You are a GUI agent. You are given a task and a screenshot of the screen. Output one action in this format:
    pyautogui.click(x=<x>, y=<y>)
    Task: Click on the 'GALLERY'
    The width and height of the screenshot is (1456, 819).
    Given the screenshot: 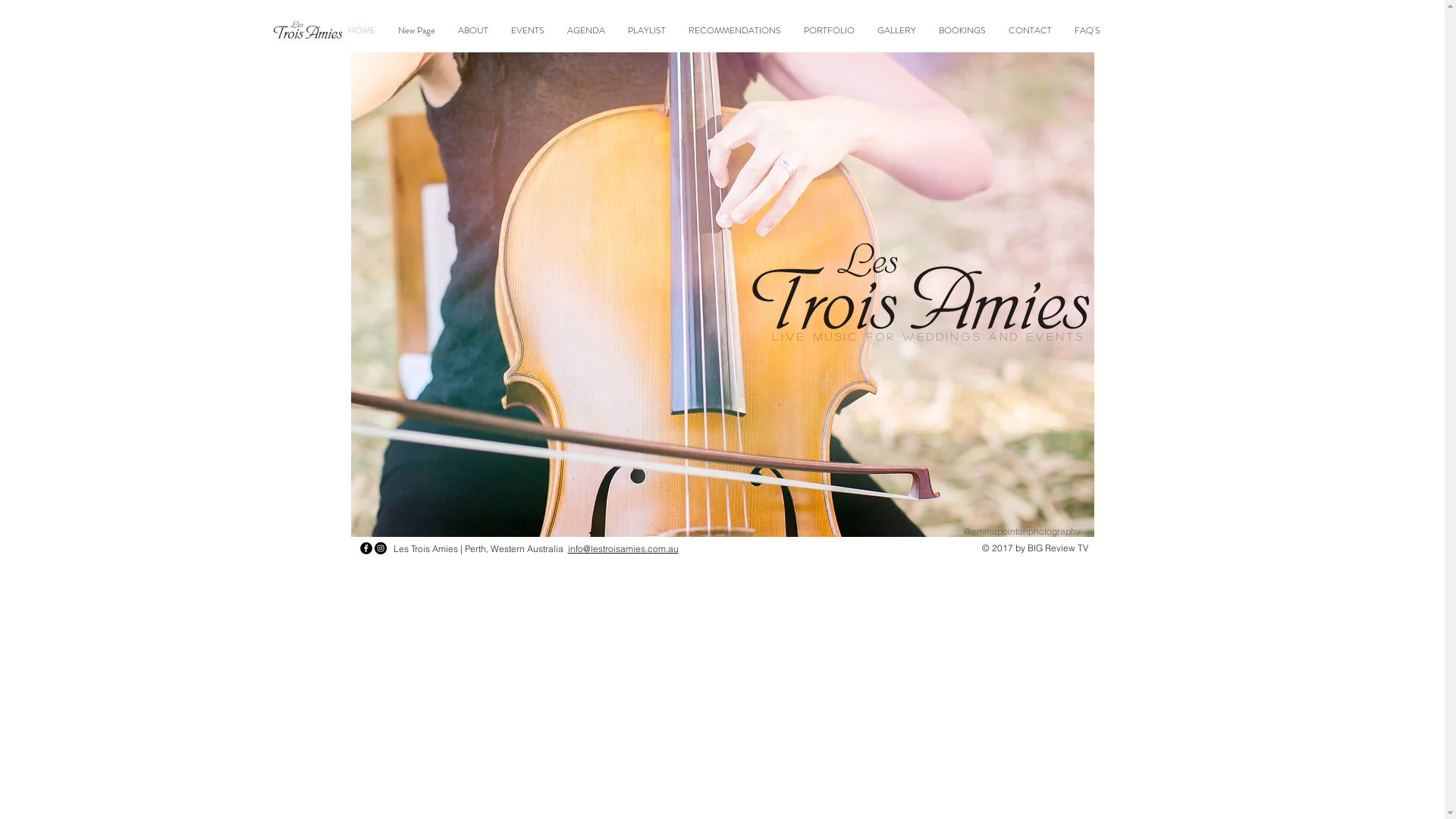 What is the action you would take?
    pyautogui.click(x=896, y=30)
    